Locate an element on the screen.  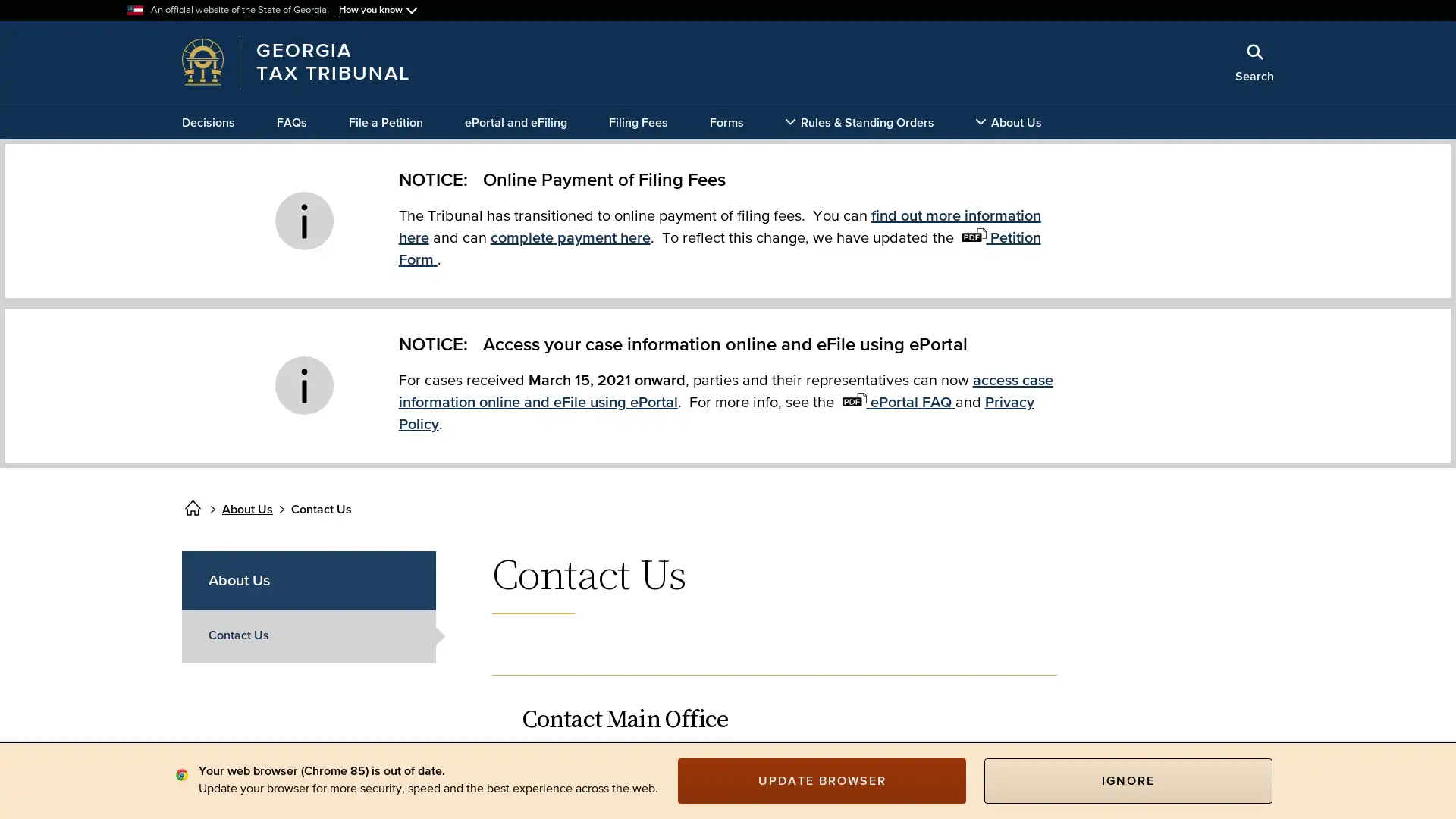
IGNORE is located at coordinates (1128, 780).